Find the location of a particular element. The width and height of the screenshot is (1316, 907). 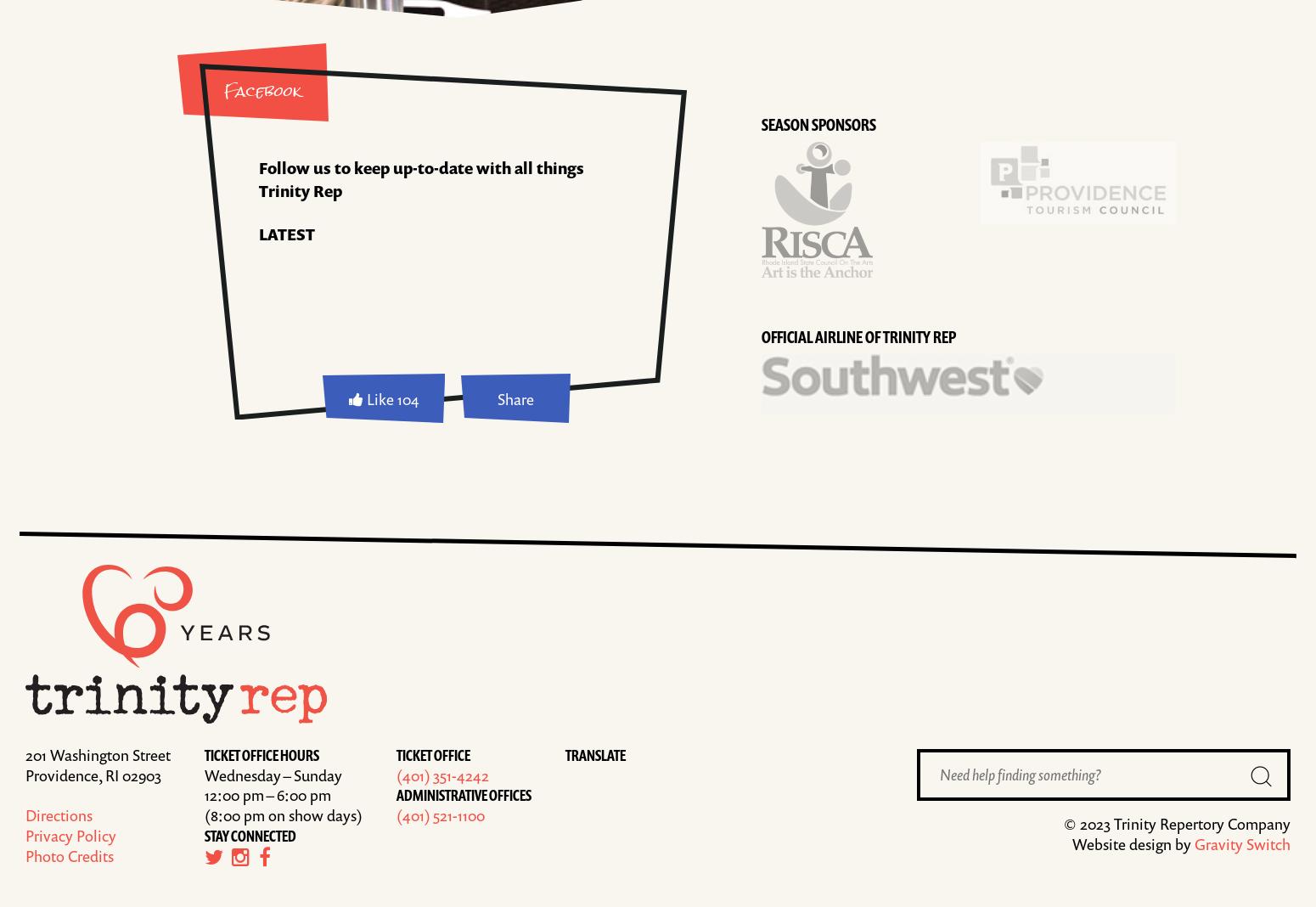

'(8:00 pm on show days)' is located at coordinates (283, 815).